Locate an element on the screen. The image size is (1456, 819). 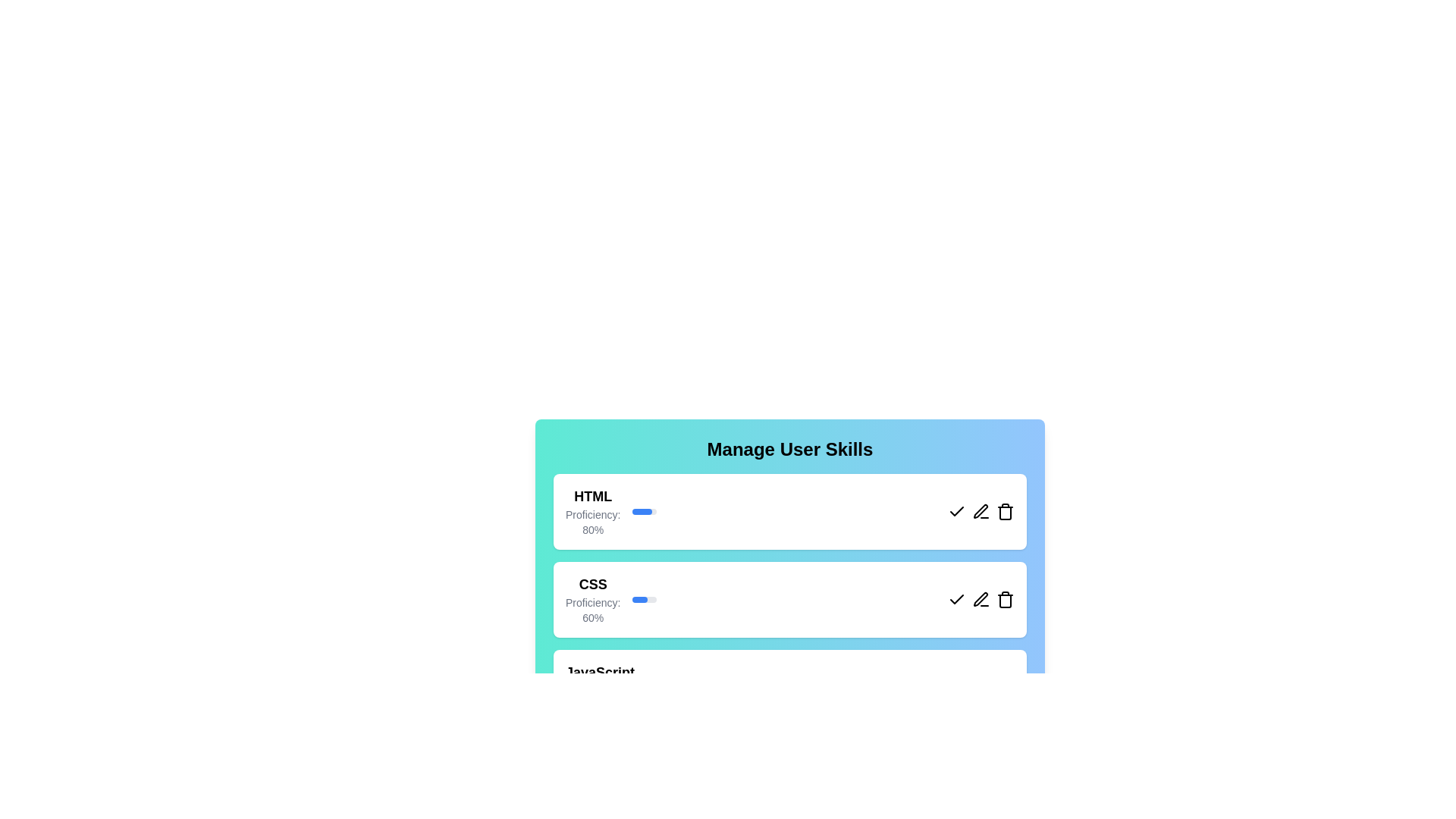
the check button for the skill CSS is located at coordinates (956, 598).